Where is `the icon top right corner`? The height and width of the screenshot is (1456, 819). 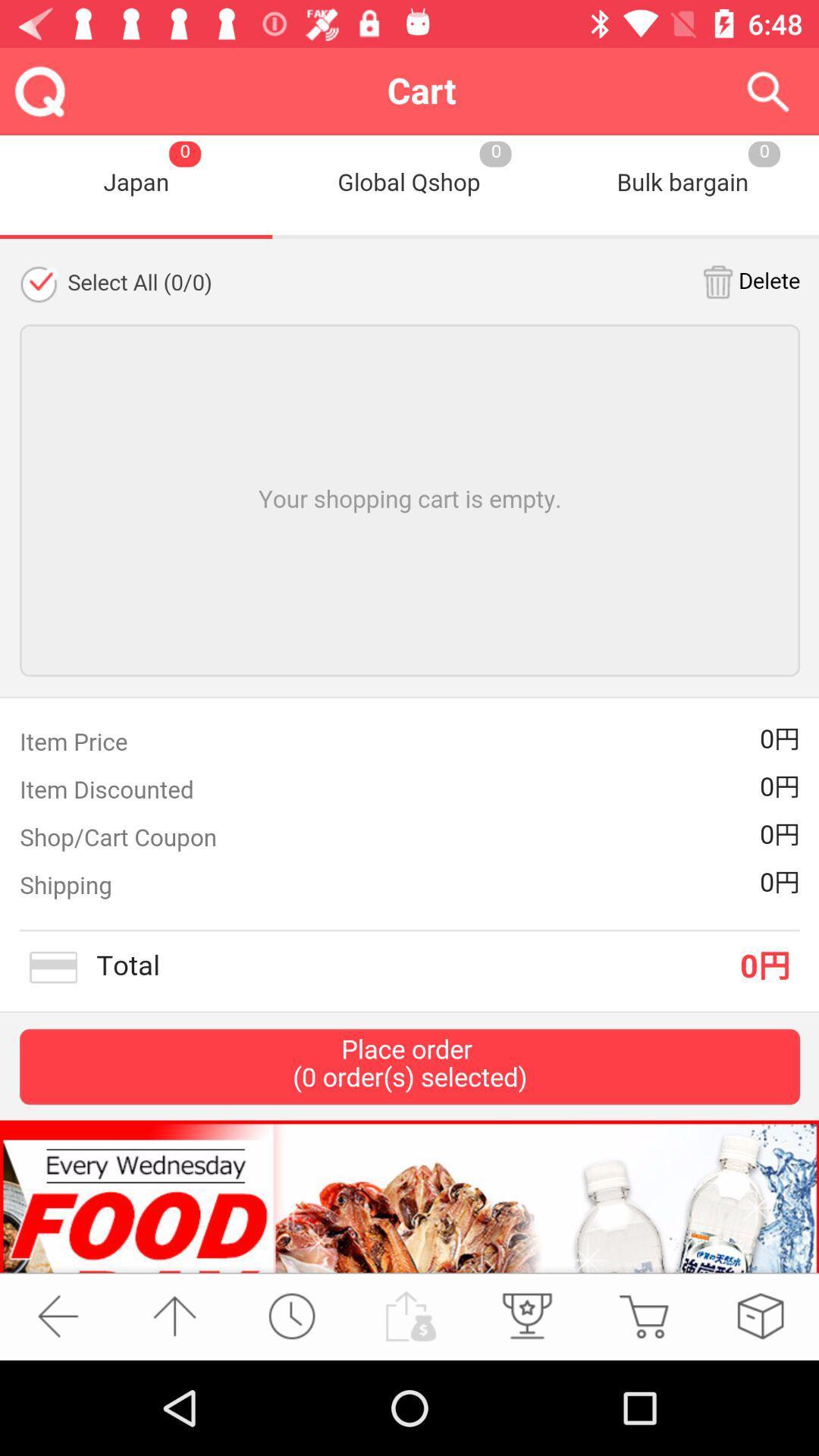
the icon top right corner is located at coordinates (767, 90).